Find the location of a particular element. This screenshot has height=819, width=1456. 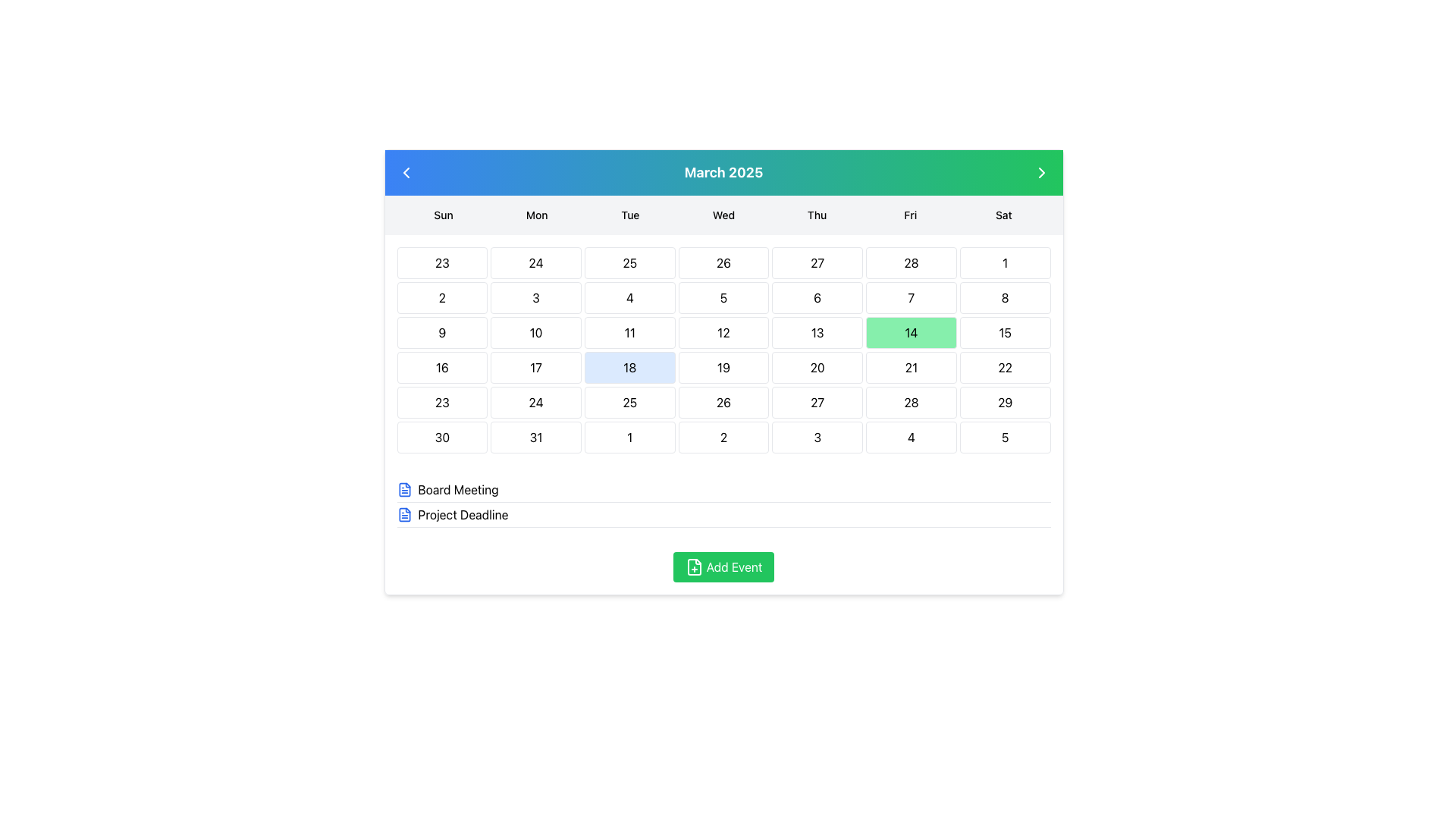

the interactive calendar cell representing the date '3' is located at coordinates (817, 438).